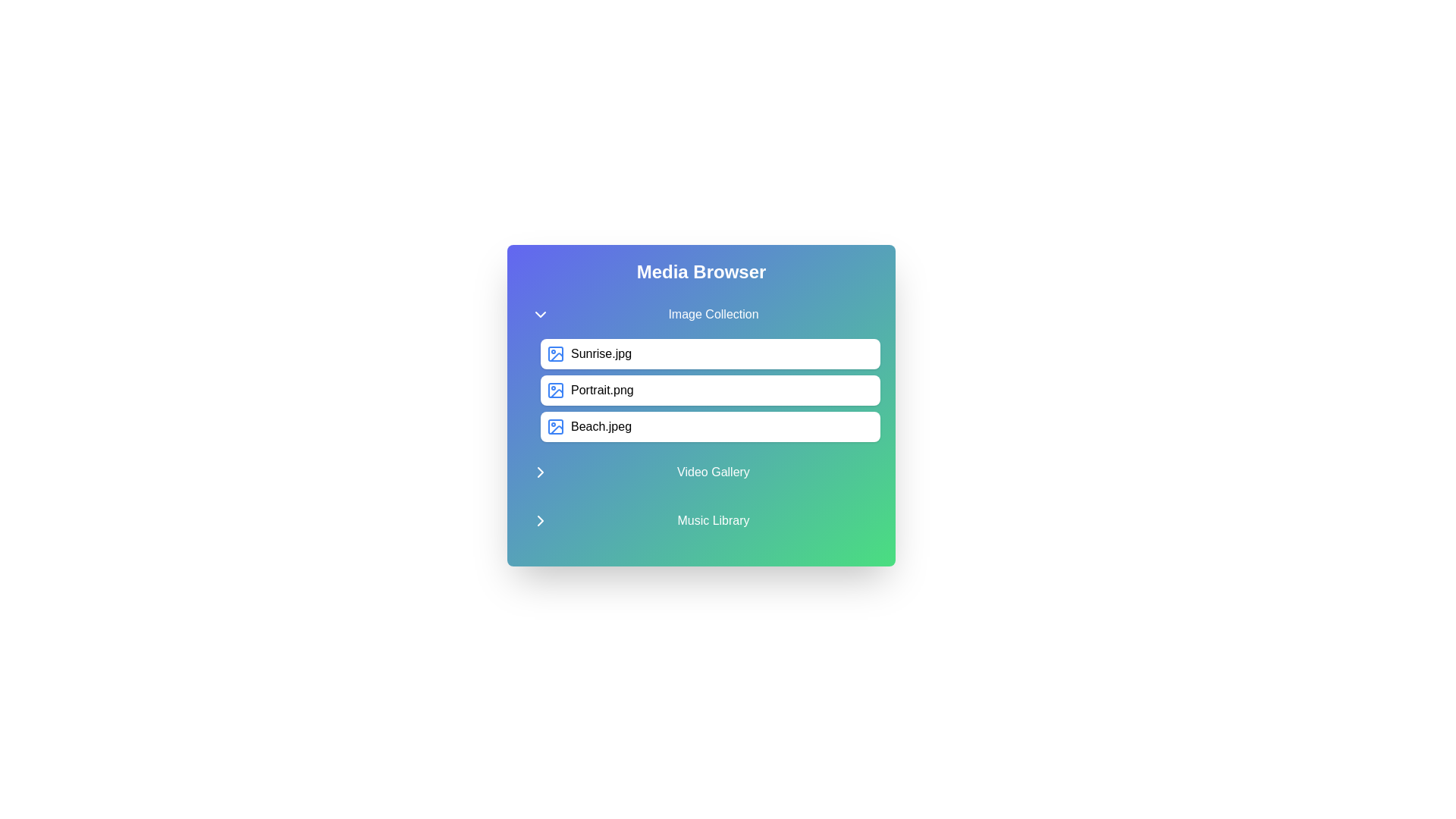  Describe the element at coordinates (709, 353) in the screenshot. I see `the media item Sunrise.jpg from the list` at that location.